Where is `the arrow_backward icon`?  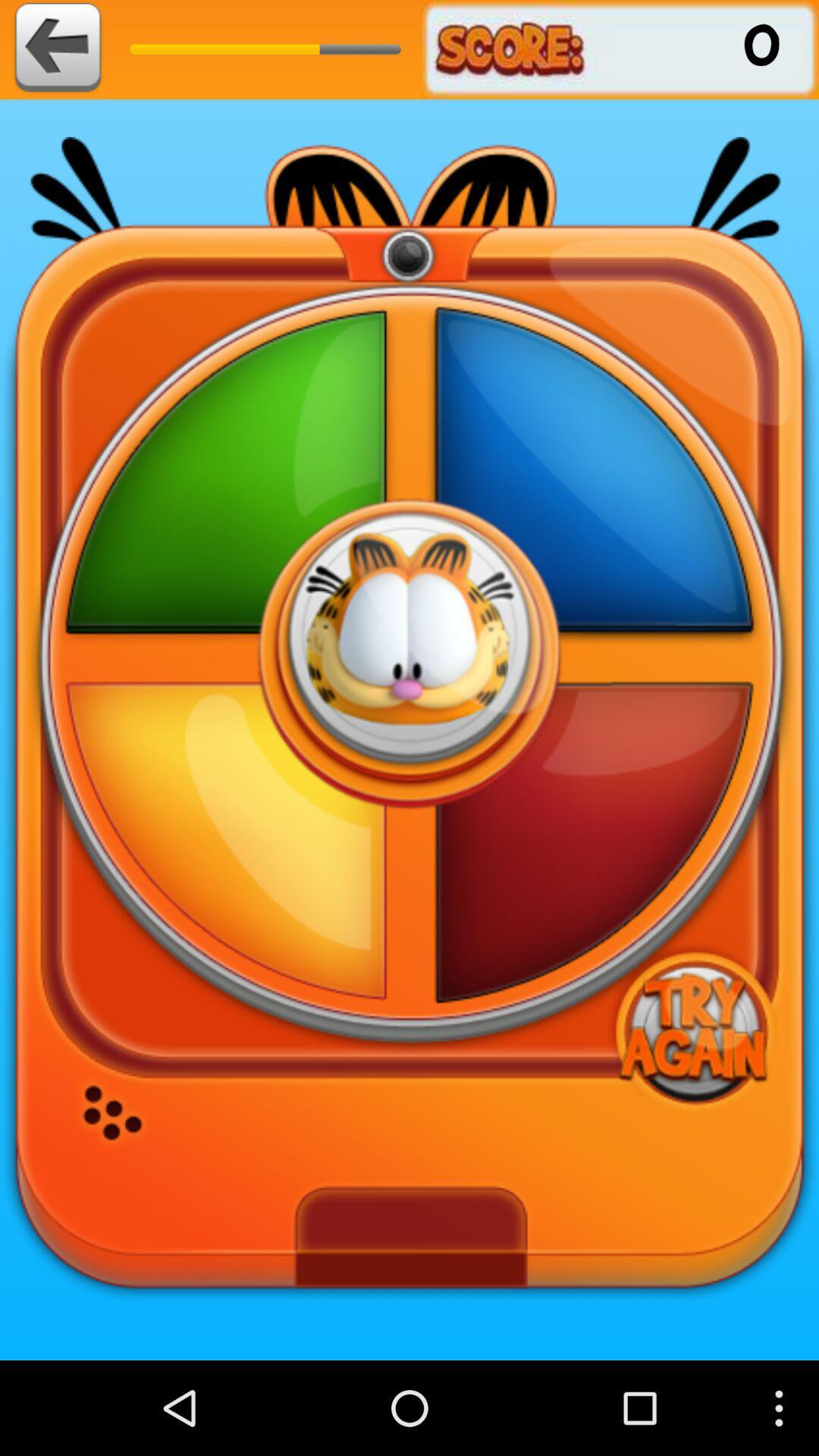
the arrow_backward icon is located at coordinates (57, 53).